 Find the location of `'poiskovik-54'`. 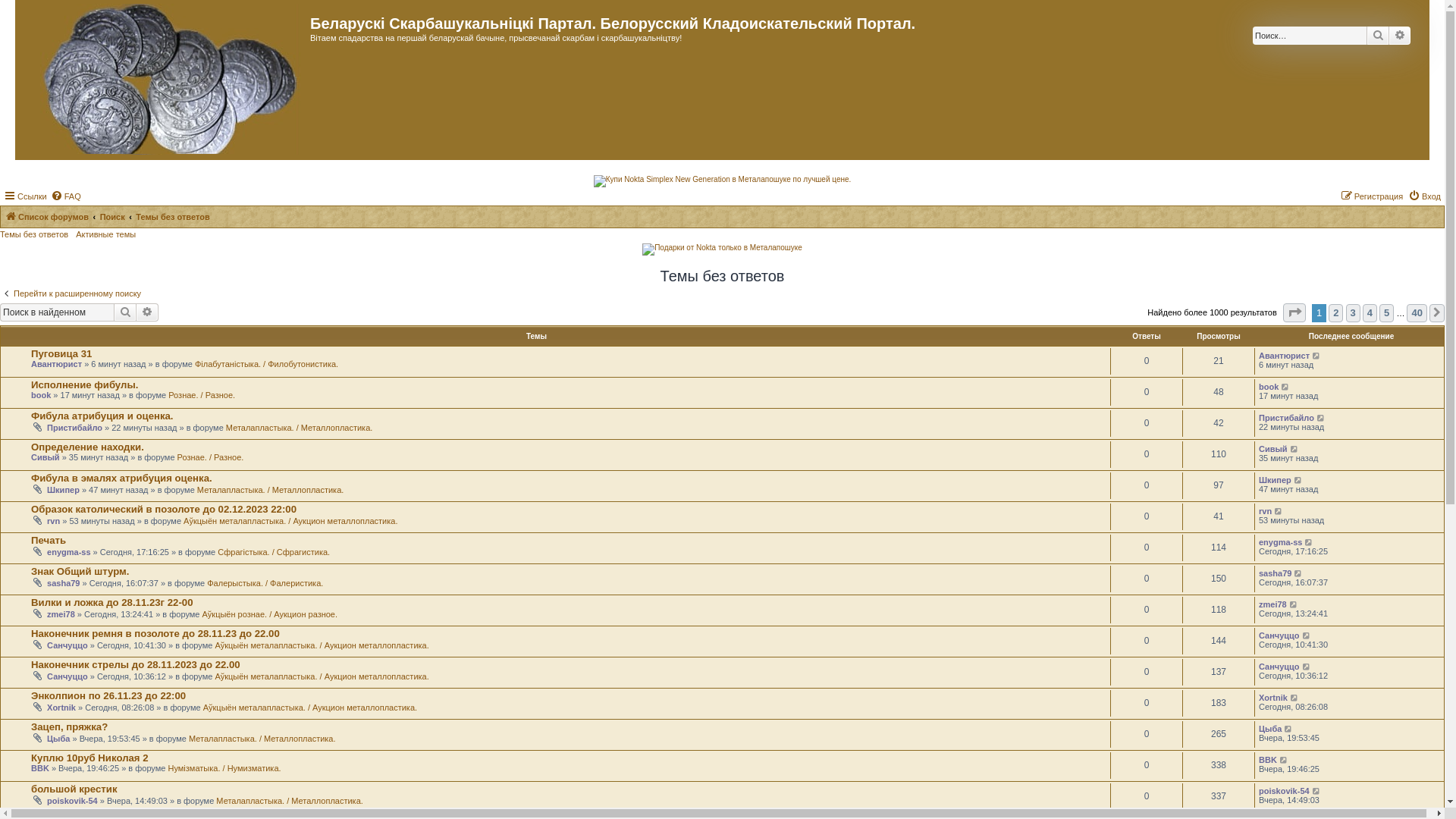

'poiskovik-54' is located at coordinates (47, 800).